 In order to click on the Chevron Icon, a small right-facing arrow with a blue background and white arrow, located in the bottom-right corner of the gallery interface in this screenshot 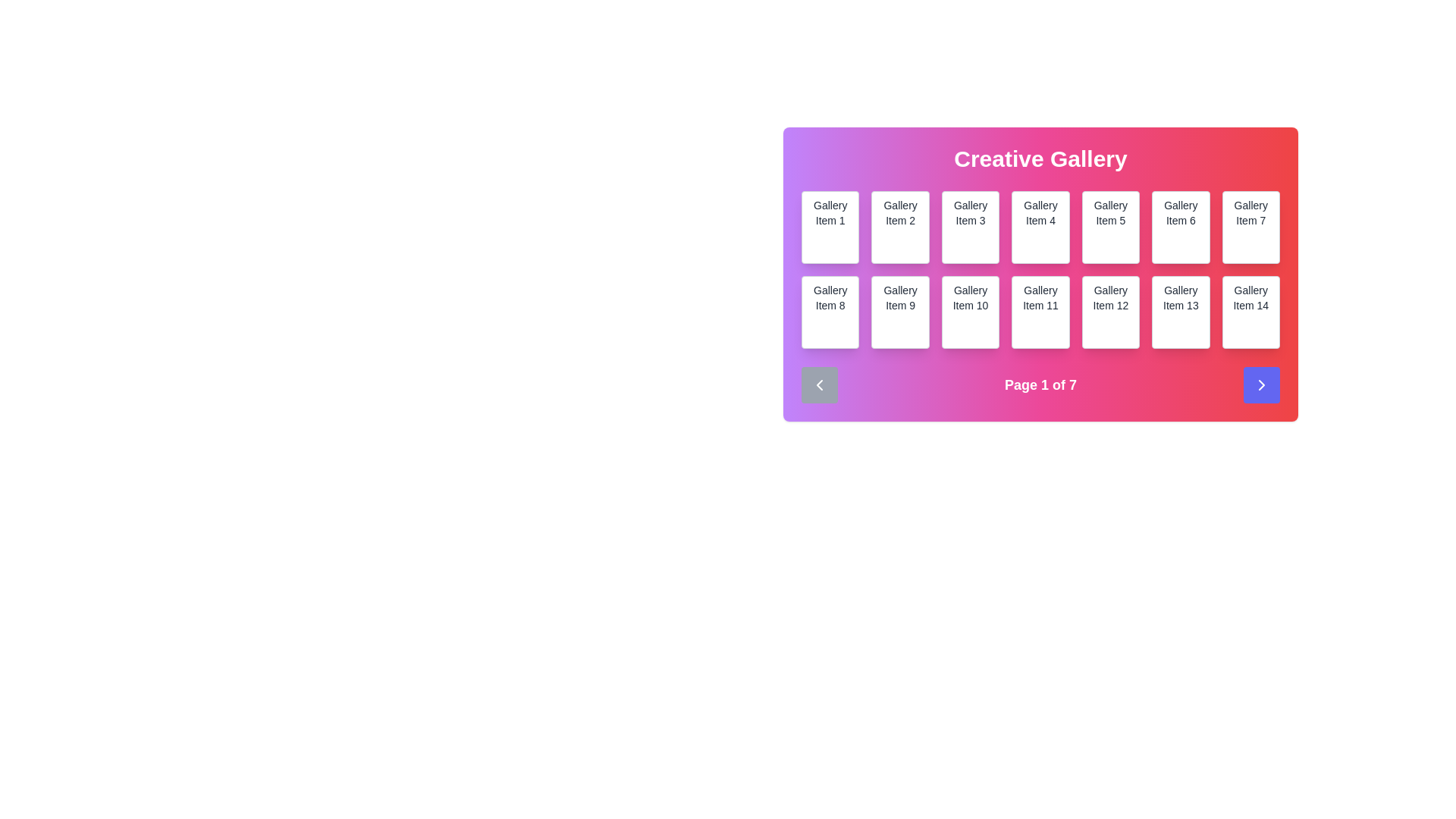, I will do `click(1262, 384)`.